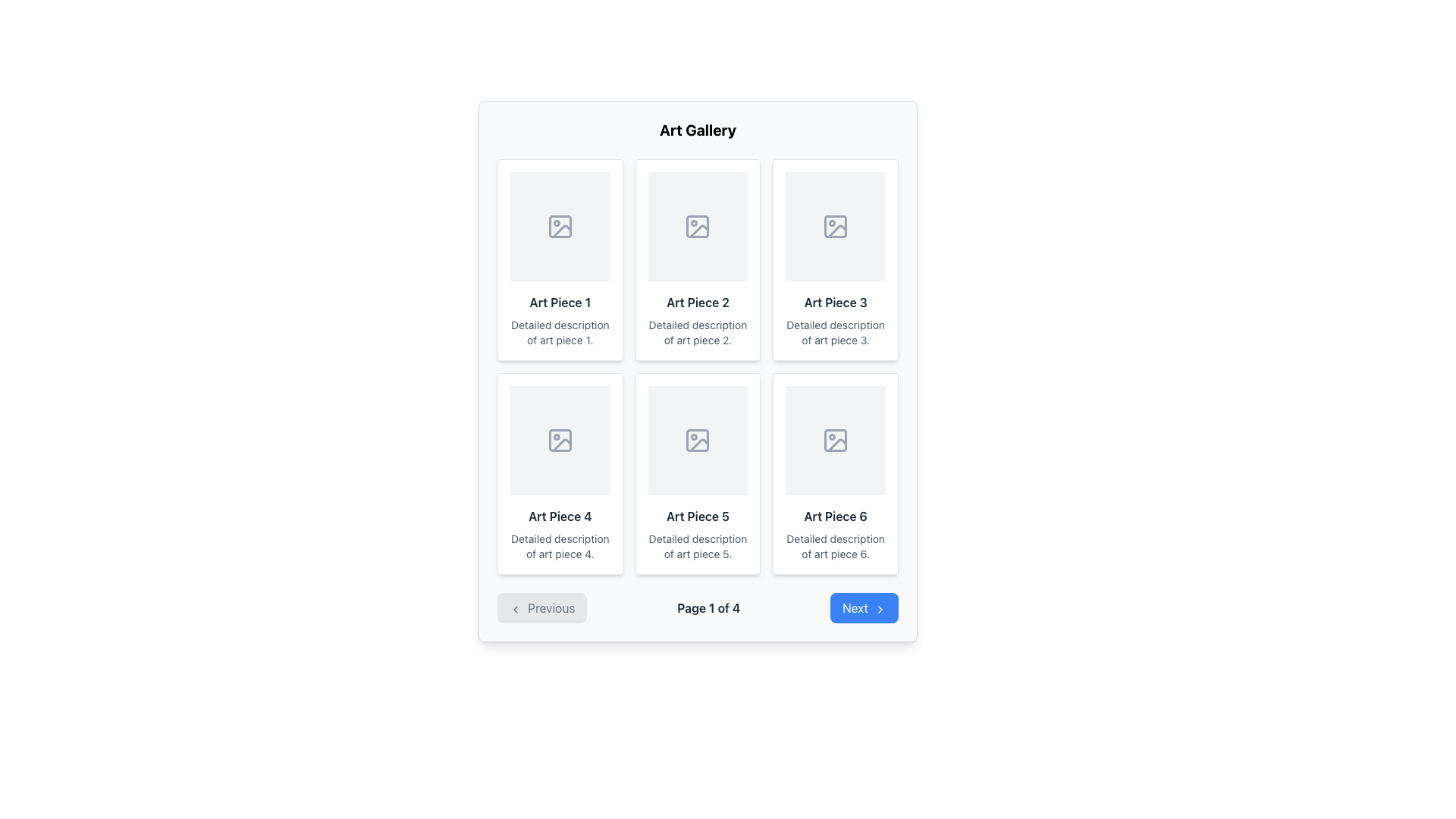 This screenshot has width=1456, height=819. Describe the element at coordinates (698, 231) in the screenshot. I see `icon representing 'Art Piece 2' located in the second card of the top row in the gallery grid` at that location.